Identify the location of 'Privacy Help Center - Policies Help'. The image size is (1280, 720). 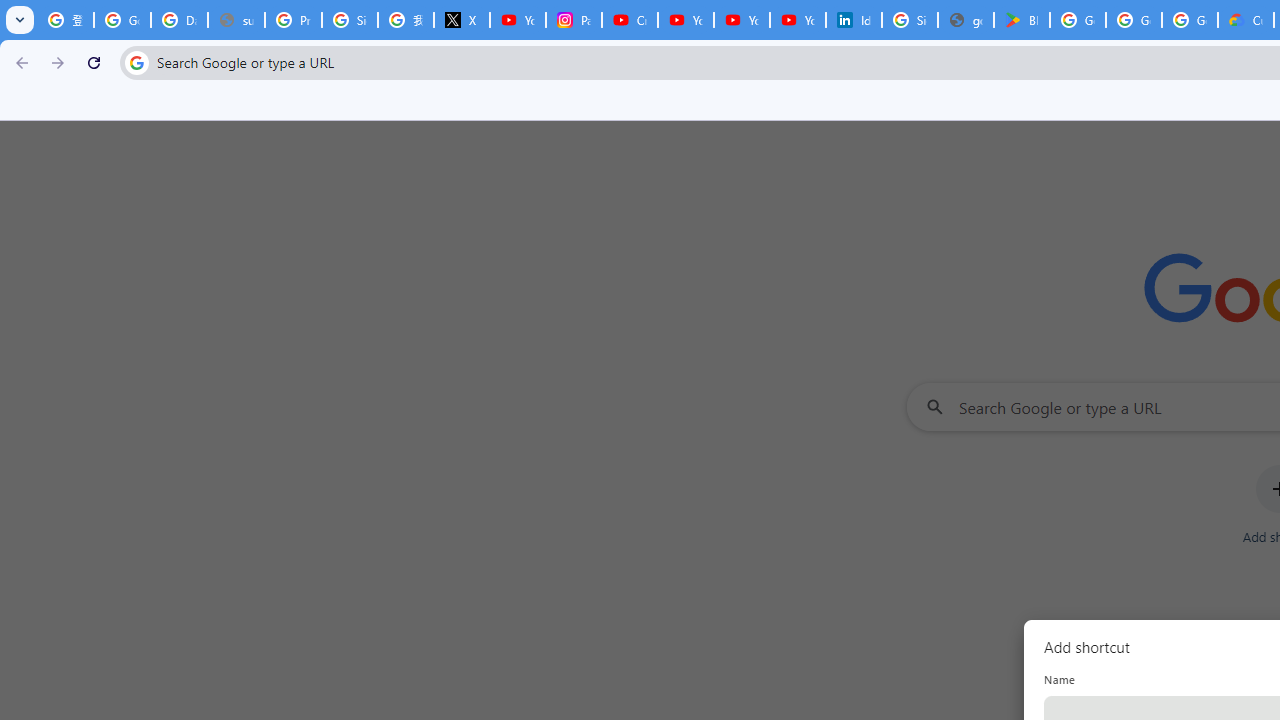
(292, 20).